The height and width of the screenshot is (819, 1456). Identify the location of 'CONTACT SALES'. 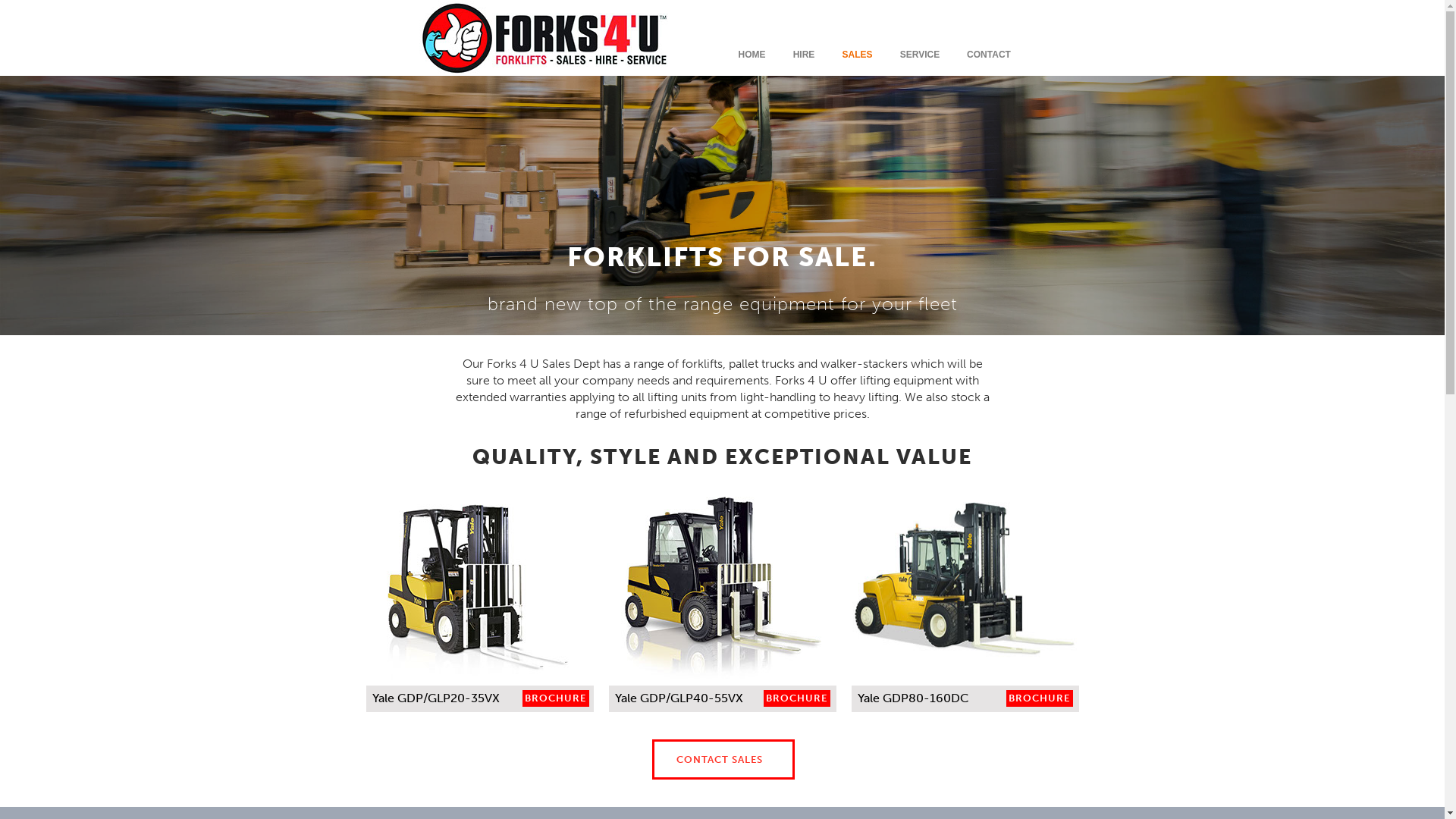
(723, 759).